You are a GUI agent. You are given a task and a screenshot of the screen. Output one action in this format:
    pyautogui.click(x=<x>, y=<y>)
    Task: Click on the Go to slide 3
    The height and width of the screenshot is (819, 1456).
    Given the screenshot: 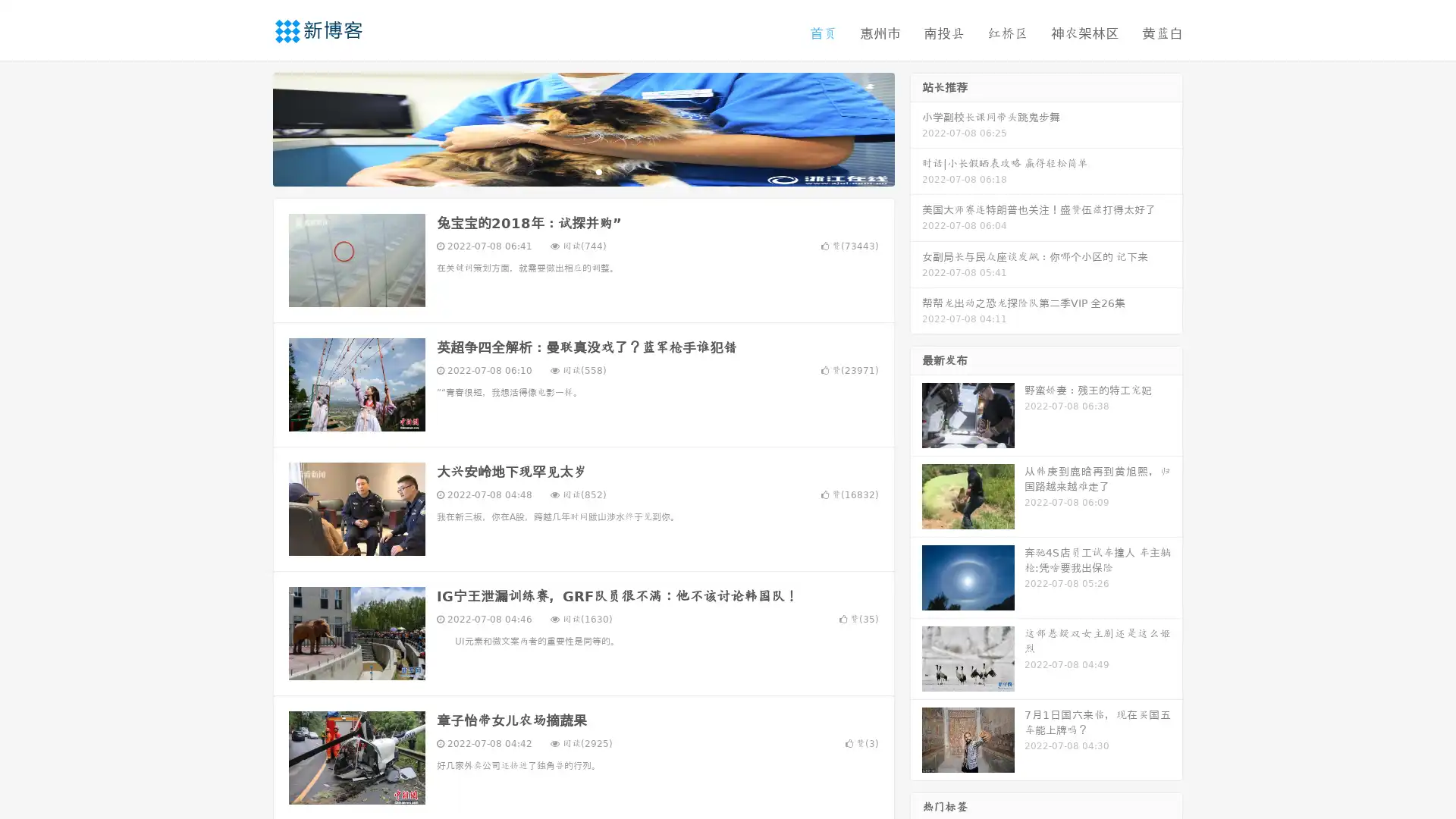 What is the action you would take?
    pyautogui.click(x=598, y=171)
    